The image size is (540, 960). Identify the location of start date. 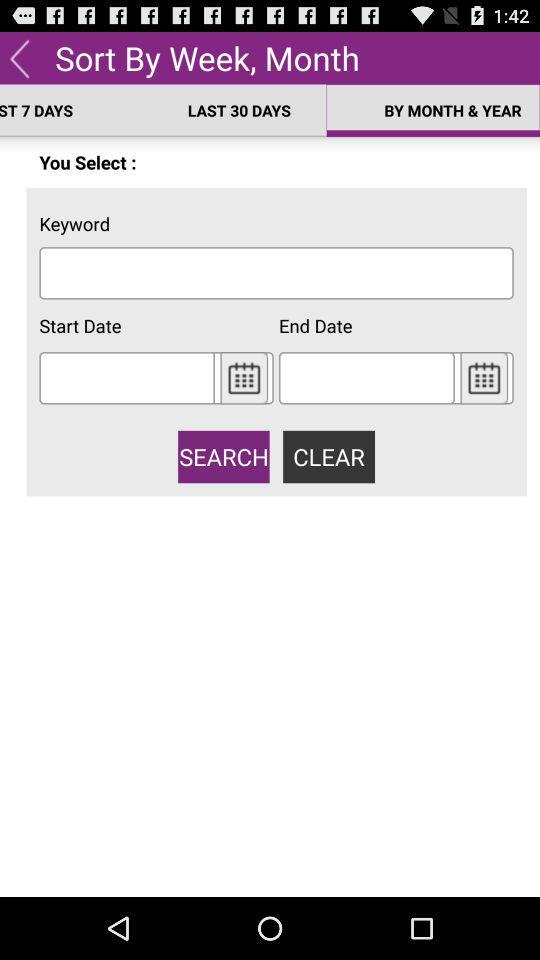
(127, 376).